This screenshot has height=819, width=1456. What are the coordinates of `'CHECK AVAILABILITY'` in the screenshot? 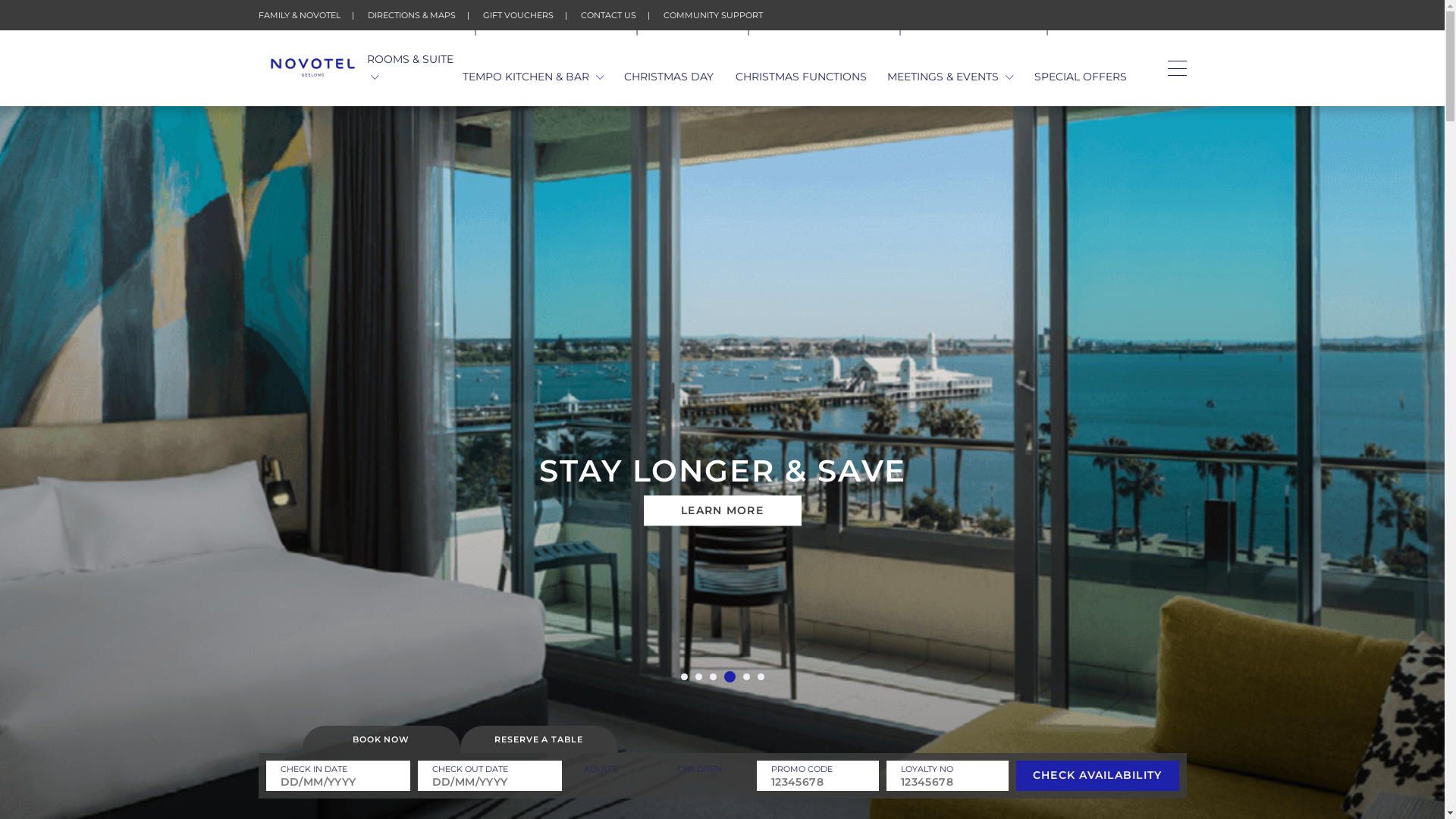 It's located at (1015, 775).